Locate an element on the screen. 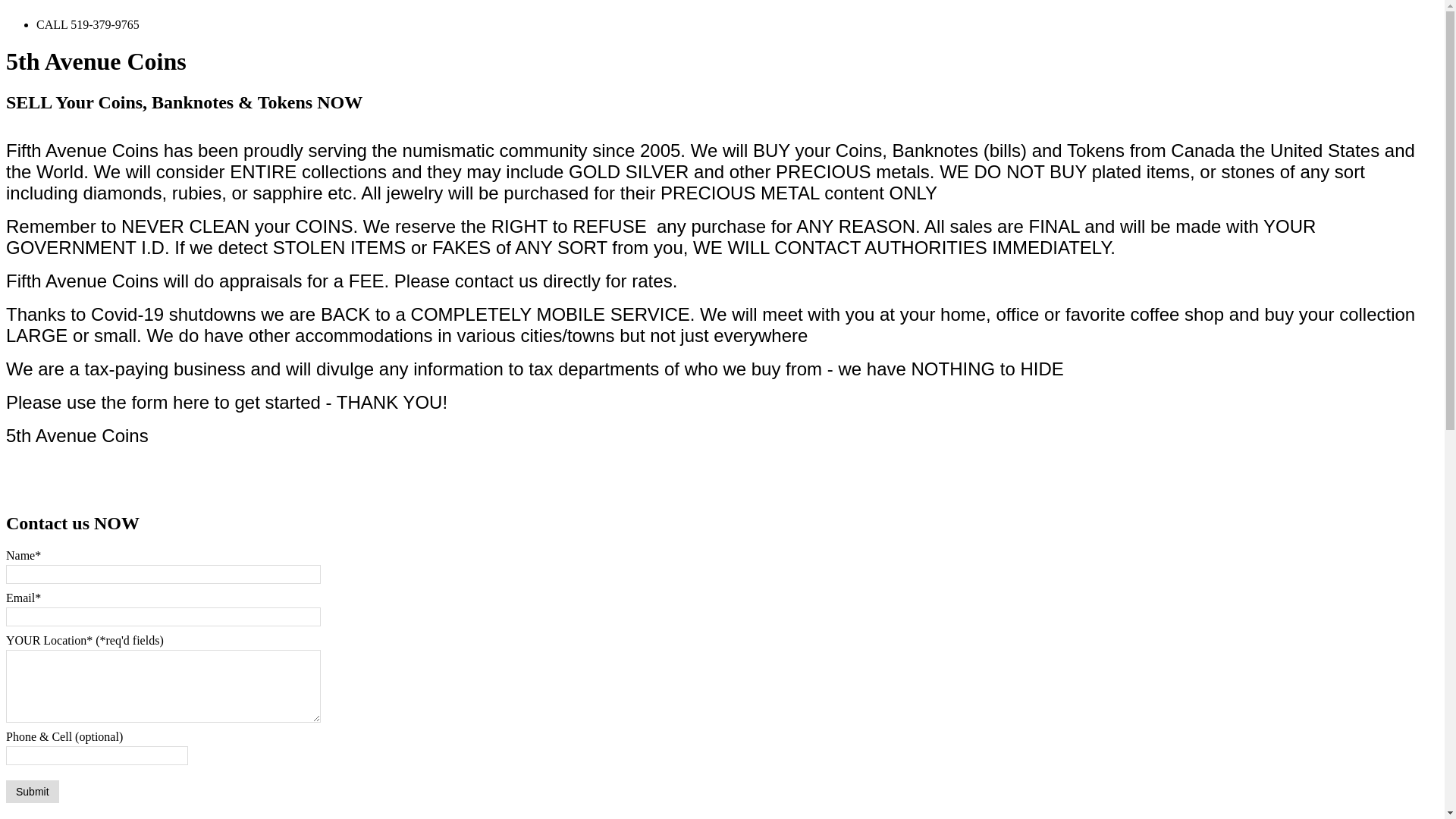 The width and height of the screenshot is (1456, 819). 'Submit' is located at coordinates (6, 791).